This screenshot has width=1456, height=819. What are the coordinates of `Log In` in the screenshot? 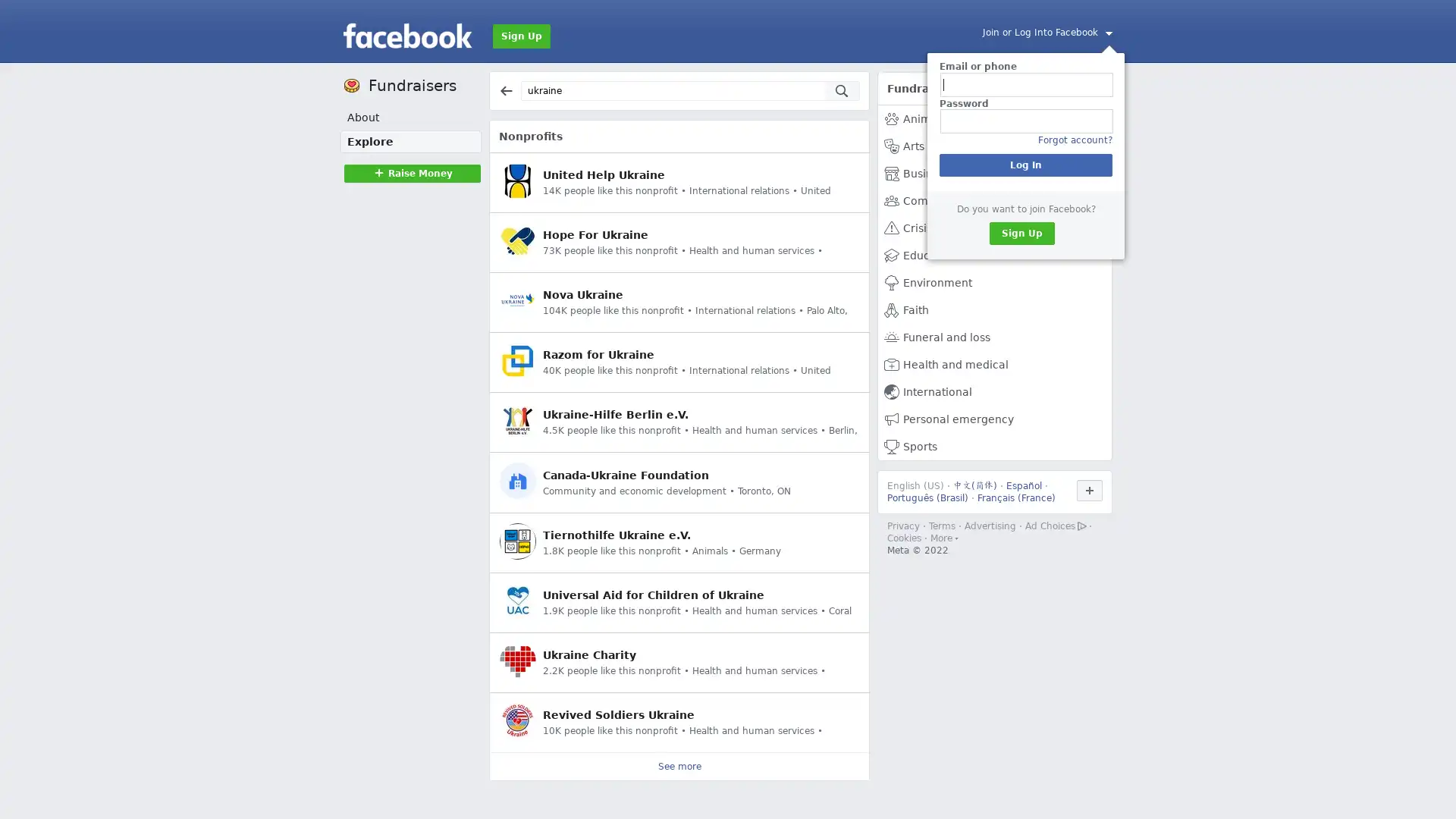 It's located at (1026, 165).